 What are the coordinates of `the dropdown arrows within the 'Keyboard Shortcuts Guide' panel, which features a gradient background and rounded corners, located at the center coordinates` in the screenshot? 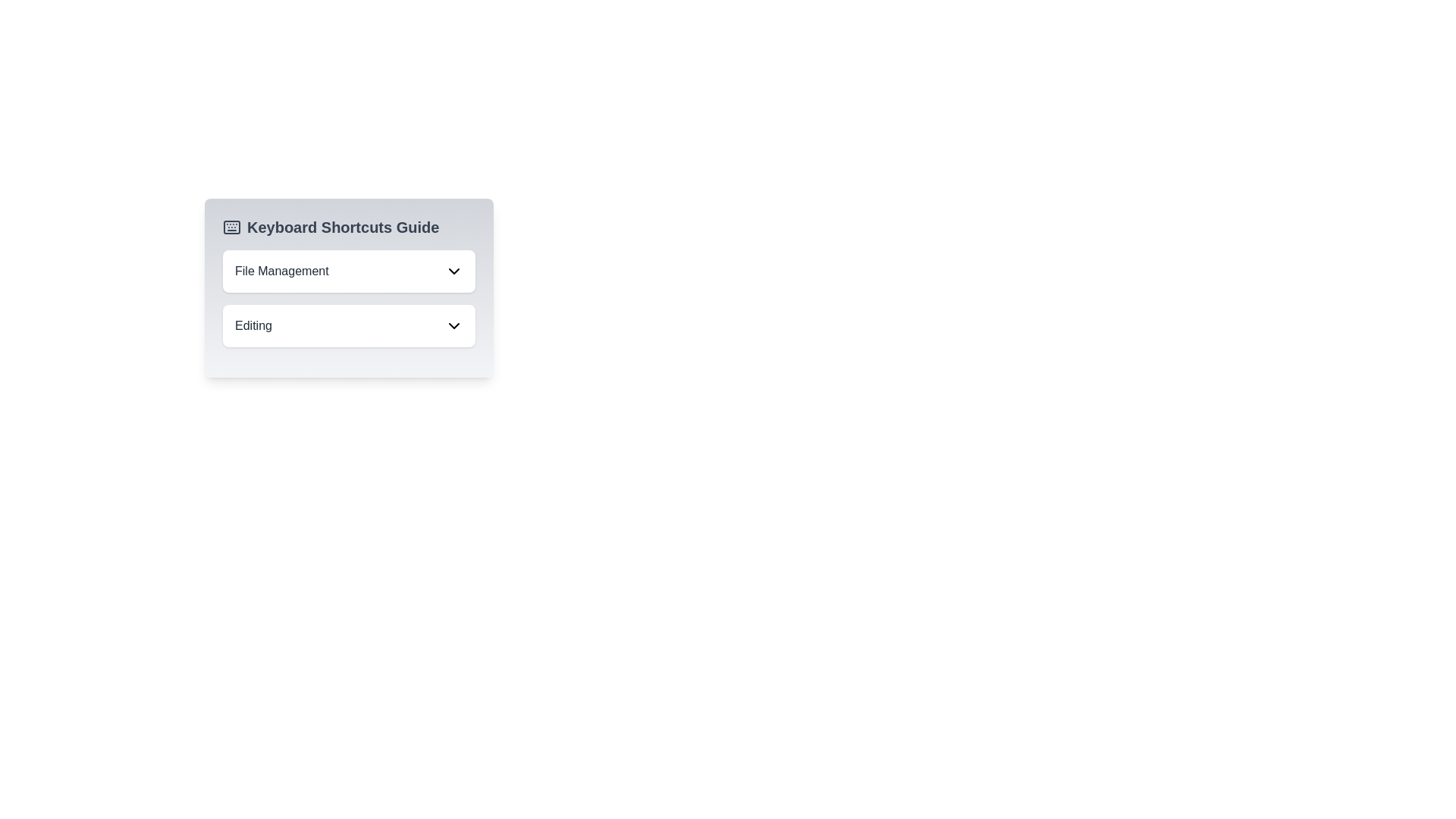 It's located at (348, 288).